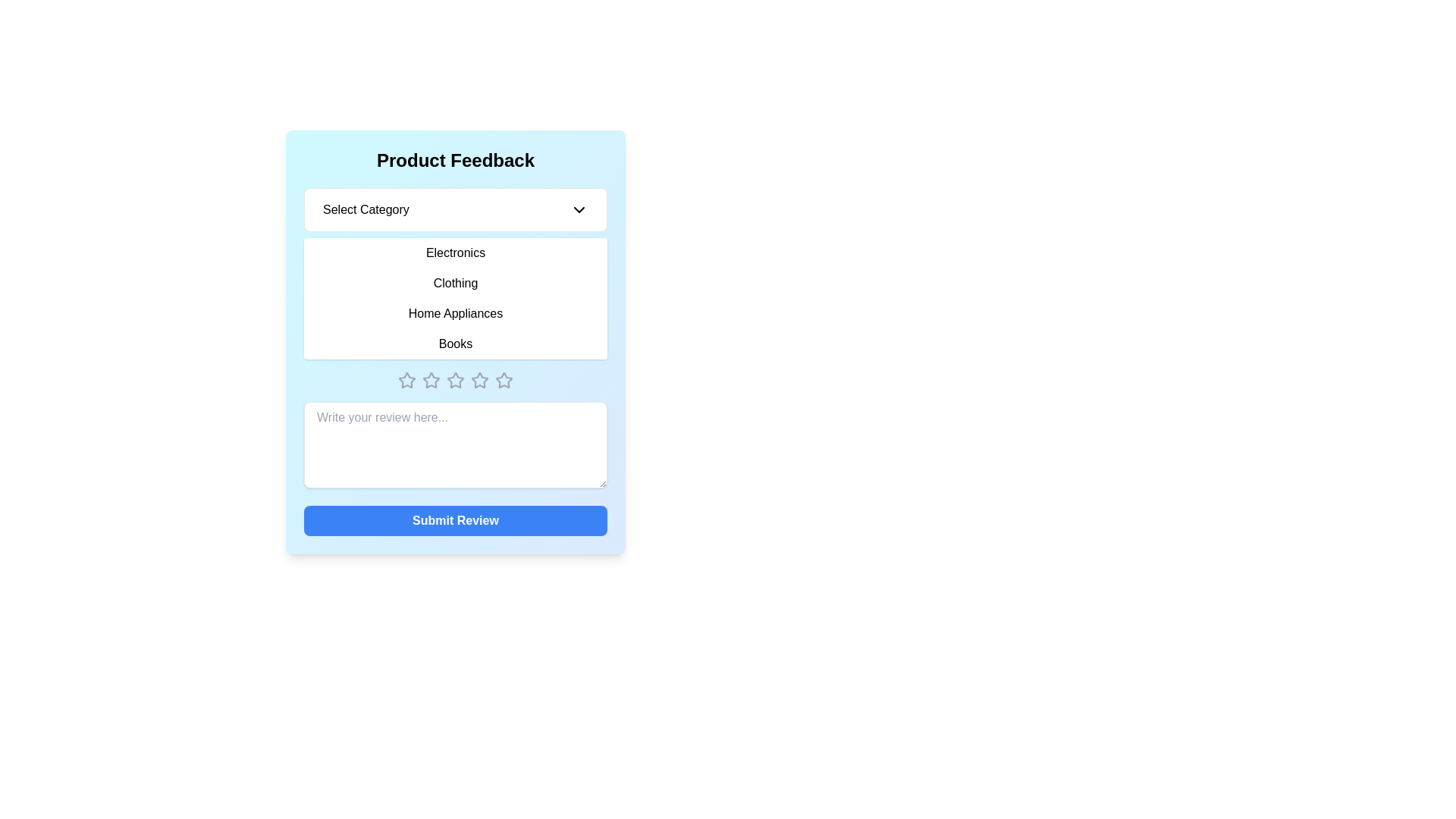  What do you see at coordinates (454, 379) in the screenshot?
I see `the third star icon in the rating control` at bounding box center [454, 379].